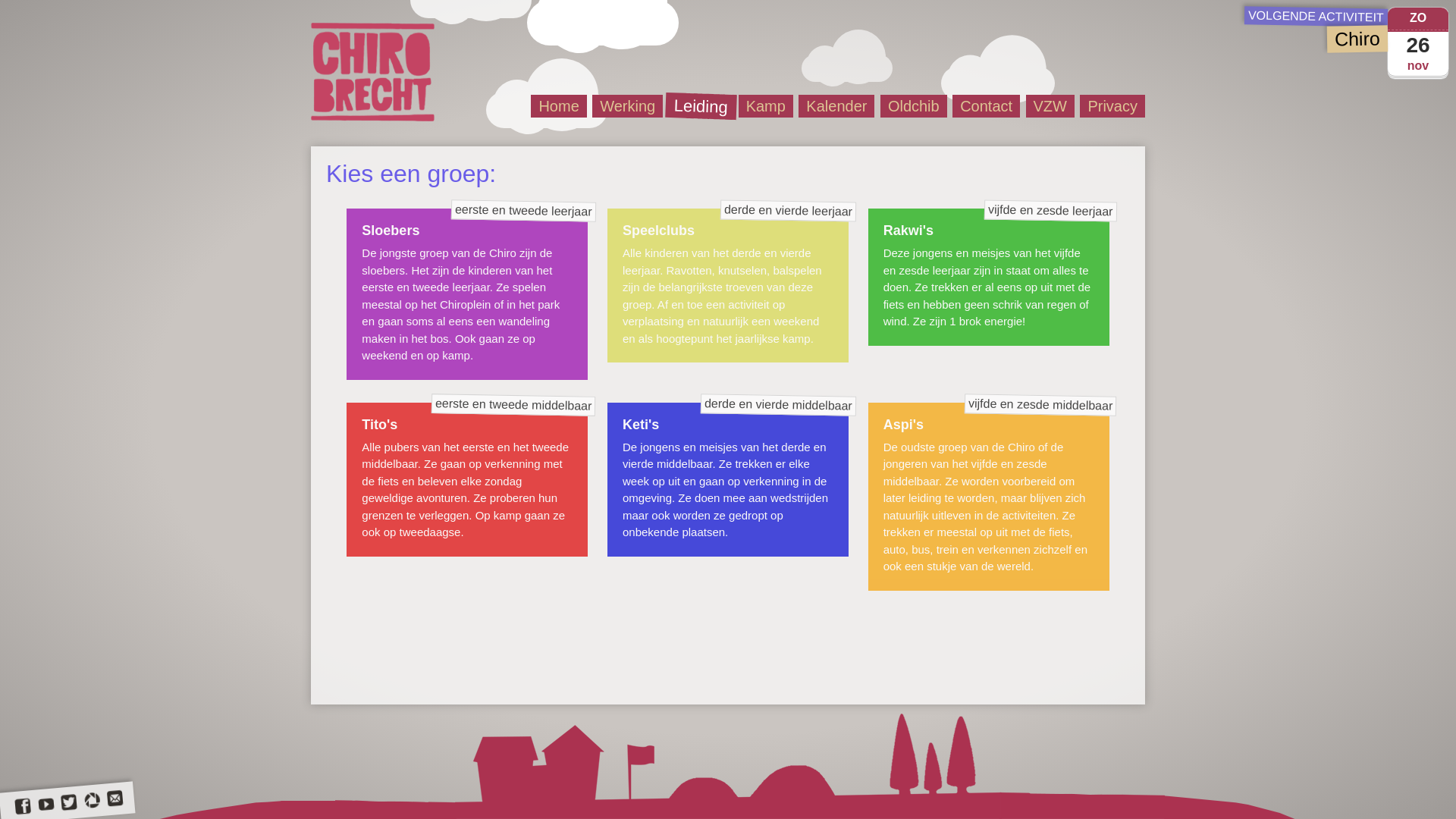  Describe the element at coordinates (45, 804) in the screenshot. I see `'Chiro Brecht op YouTube'` at that location.